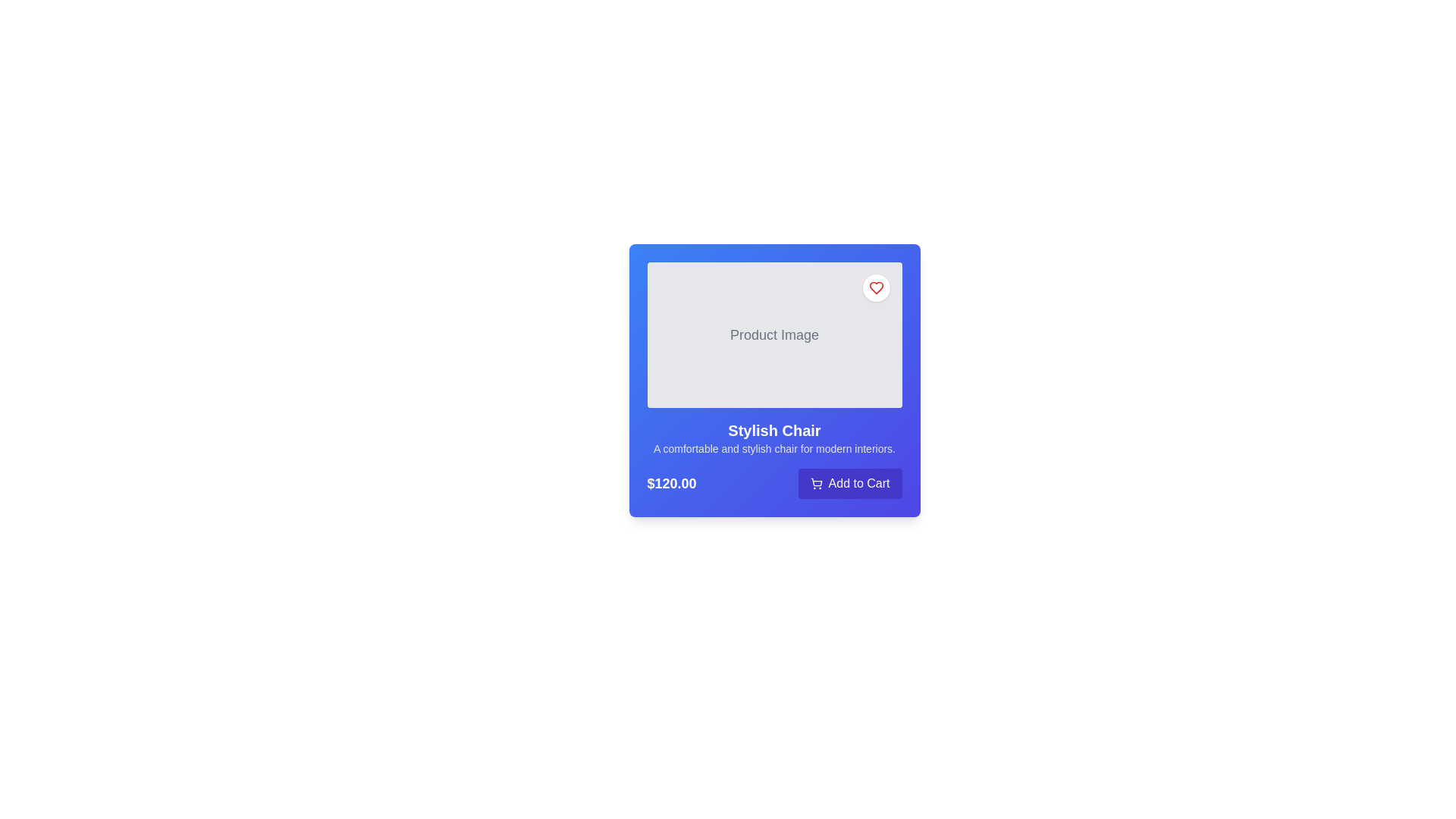 The image size is (1456, 819). What do you see at coordinates (858, 483) in the screenshot?
I see `the text label that triggers adding the product to the shopping cart, located at the bottom right corner of the product card` at bounding box center [858, 483].